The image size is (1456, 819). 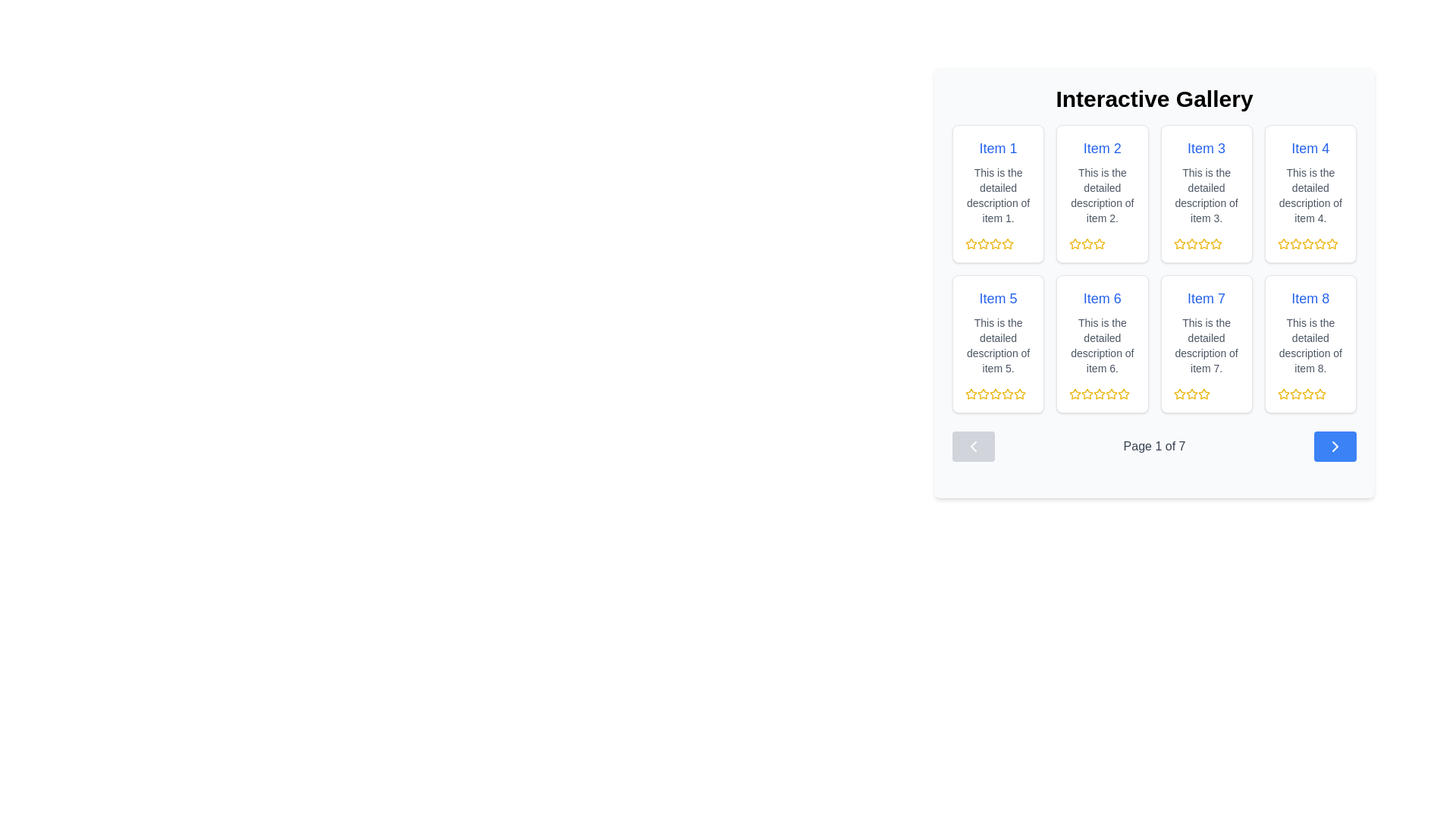 I want to click on the fourth star icon in the 5-star rating system to rate the item associated with 'Item 4' in the Interactive Gallery, so click(x=1282, y=243).